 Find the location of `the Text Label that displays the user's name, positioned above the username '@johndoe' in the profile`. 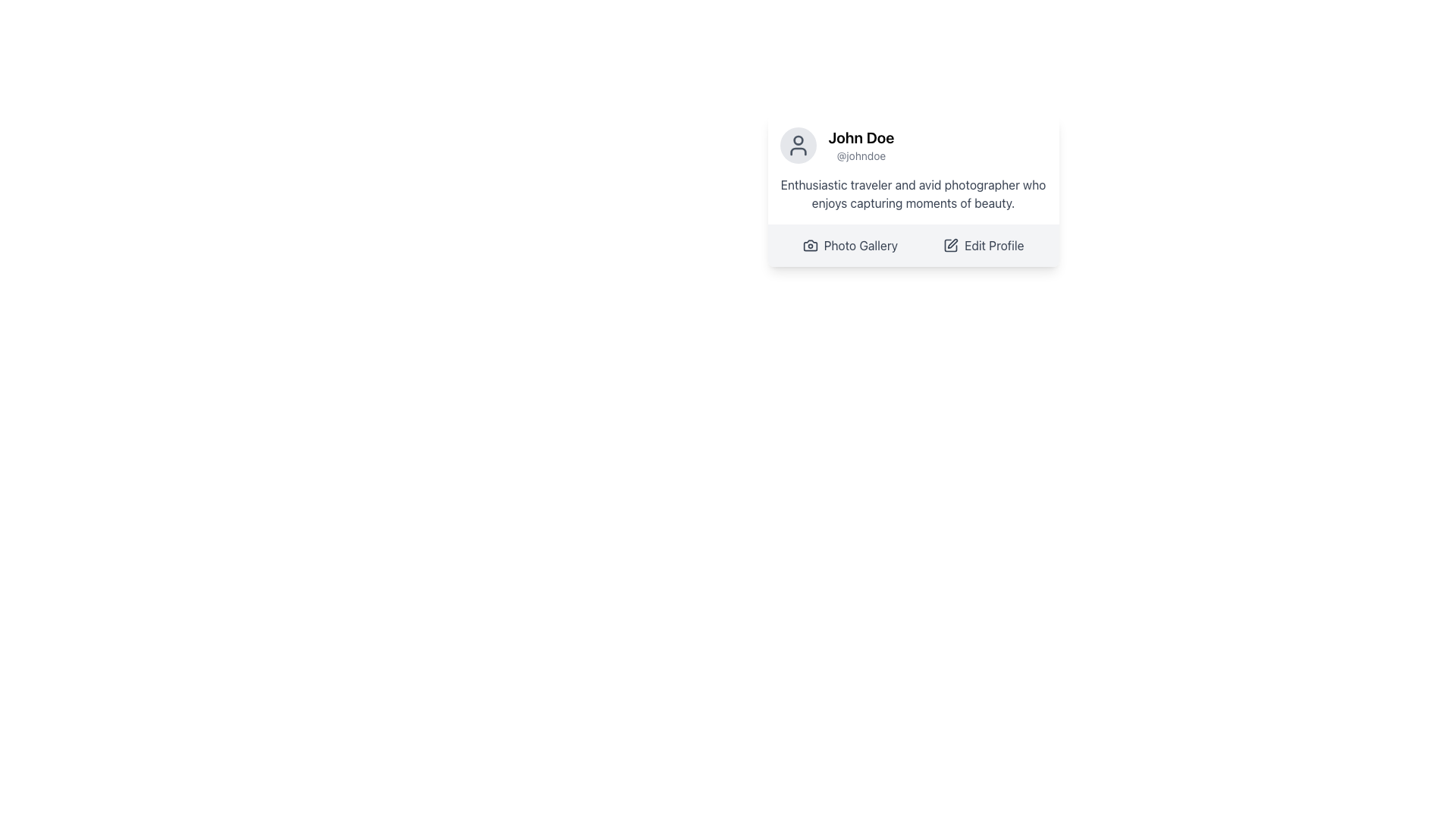

the Text Label that displays the user's name, positioned above the username '@johndoe' in the profile is located at coordinates (861, 137).